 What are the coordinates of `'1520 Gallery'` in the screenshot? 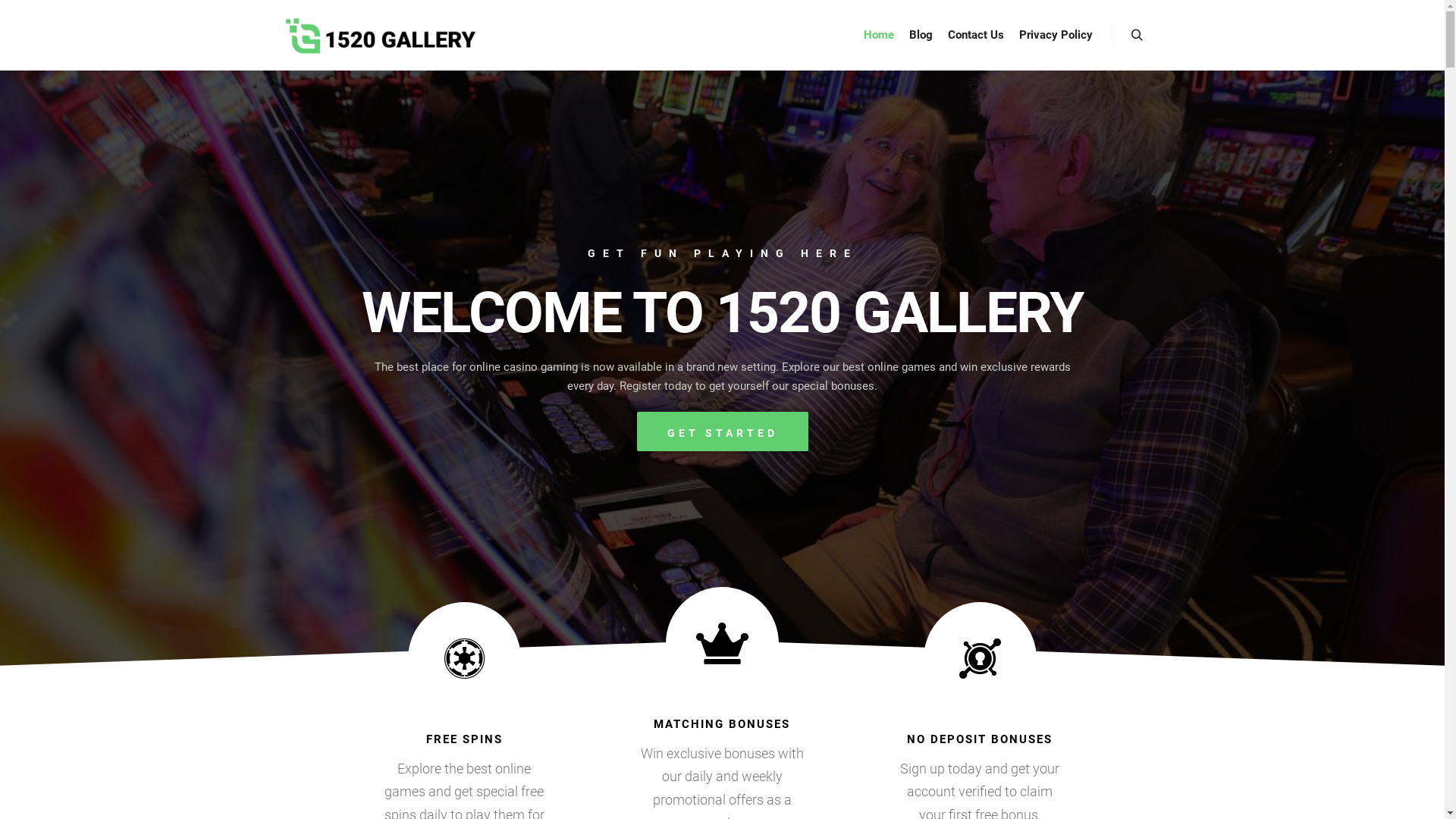 It's located at (379, 34).